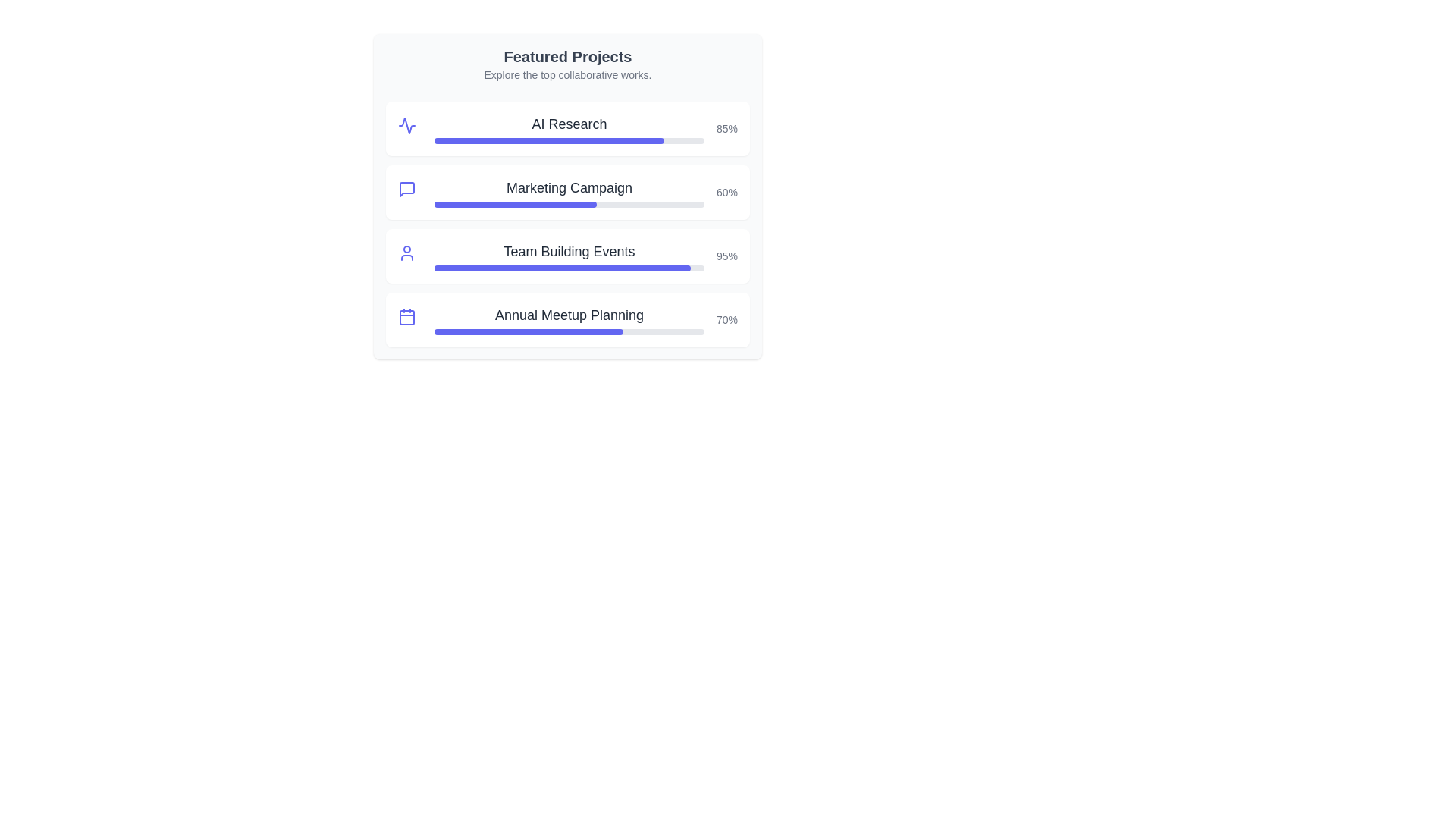 This screenshot has height=819, width=1456. I want to click on the project icon for Marketing Campaign to reveal additional information, so click(410, 192).